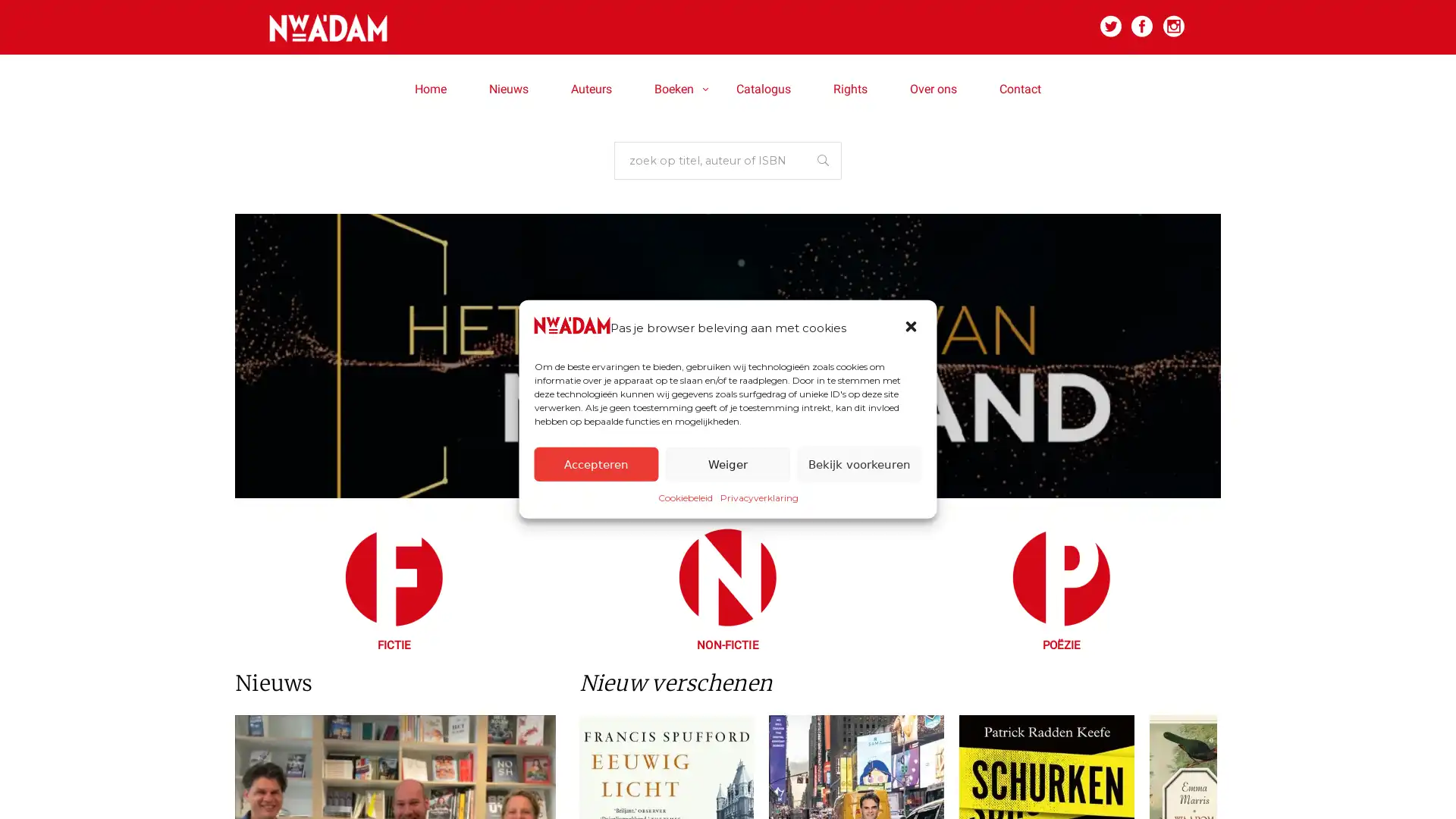  What do you see at coordinates (726, 463) in the screenshot?
I see `Weiger` at bounding box center [726, 463].